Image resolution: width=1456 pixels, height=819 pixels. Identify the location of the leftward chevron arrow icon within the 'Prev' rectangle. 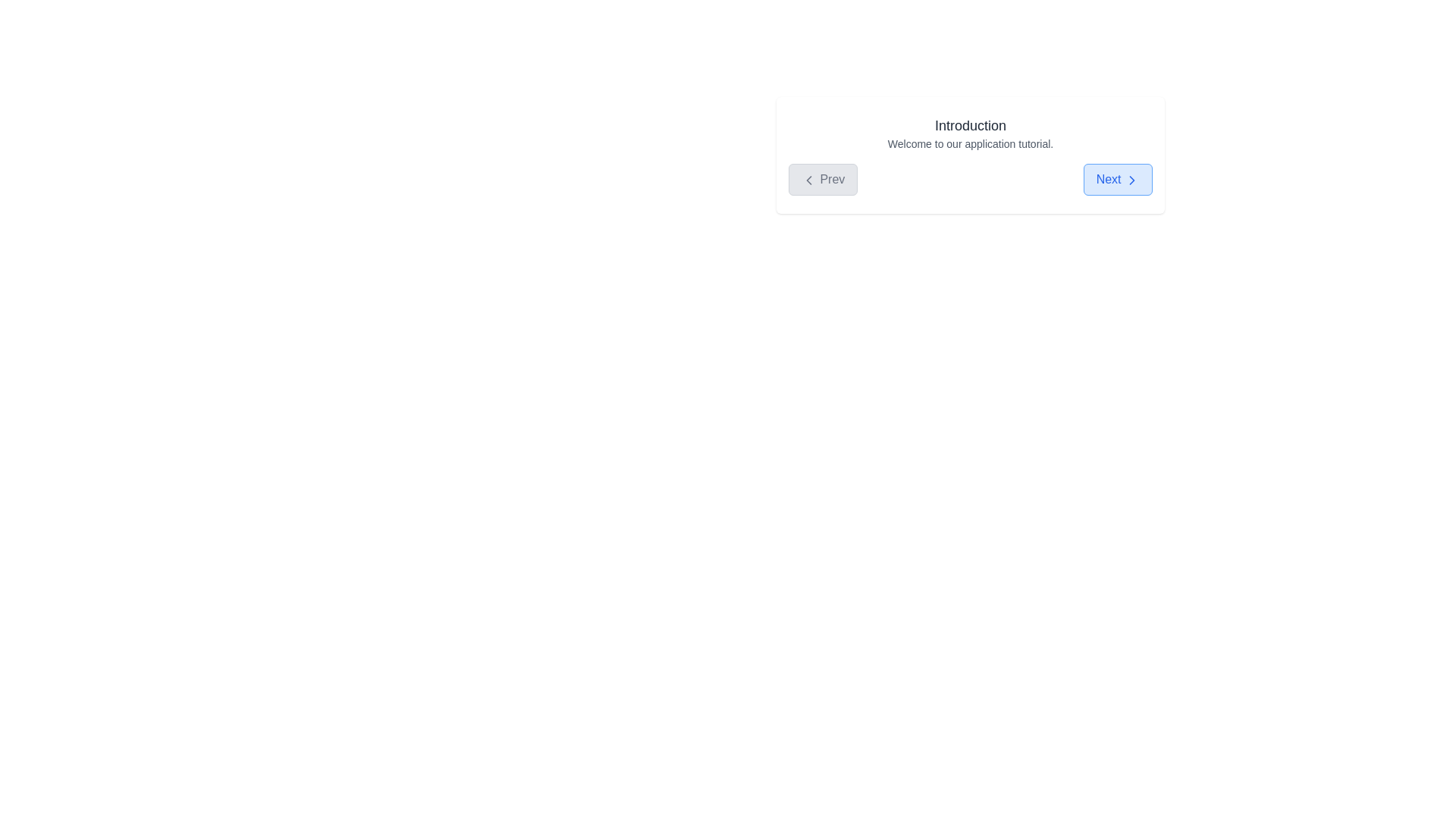
(808, 178).